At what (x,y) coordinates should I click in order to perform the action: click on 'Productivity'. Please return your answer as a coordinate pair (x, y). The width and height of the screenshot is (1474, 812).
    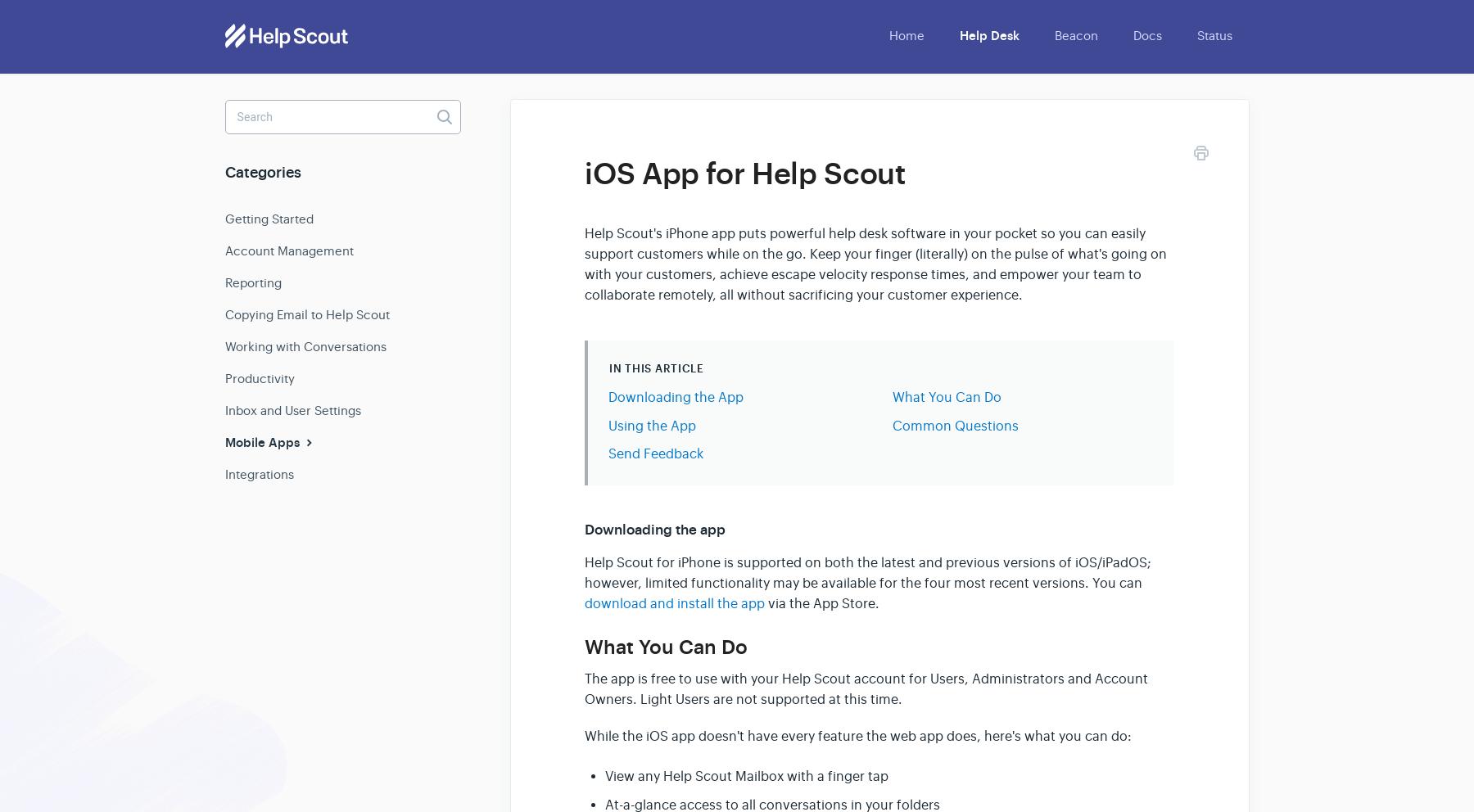
    Looking at the image, I should click on (259, 378).